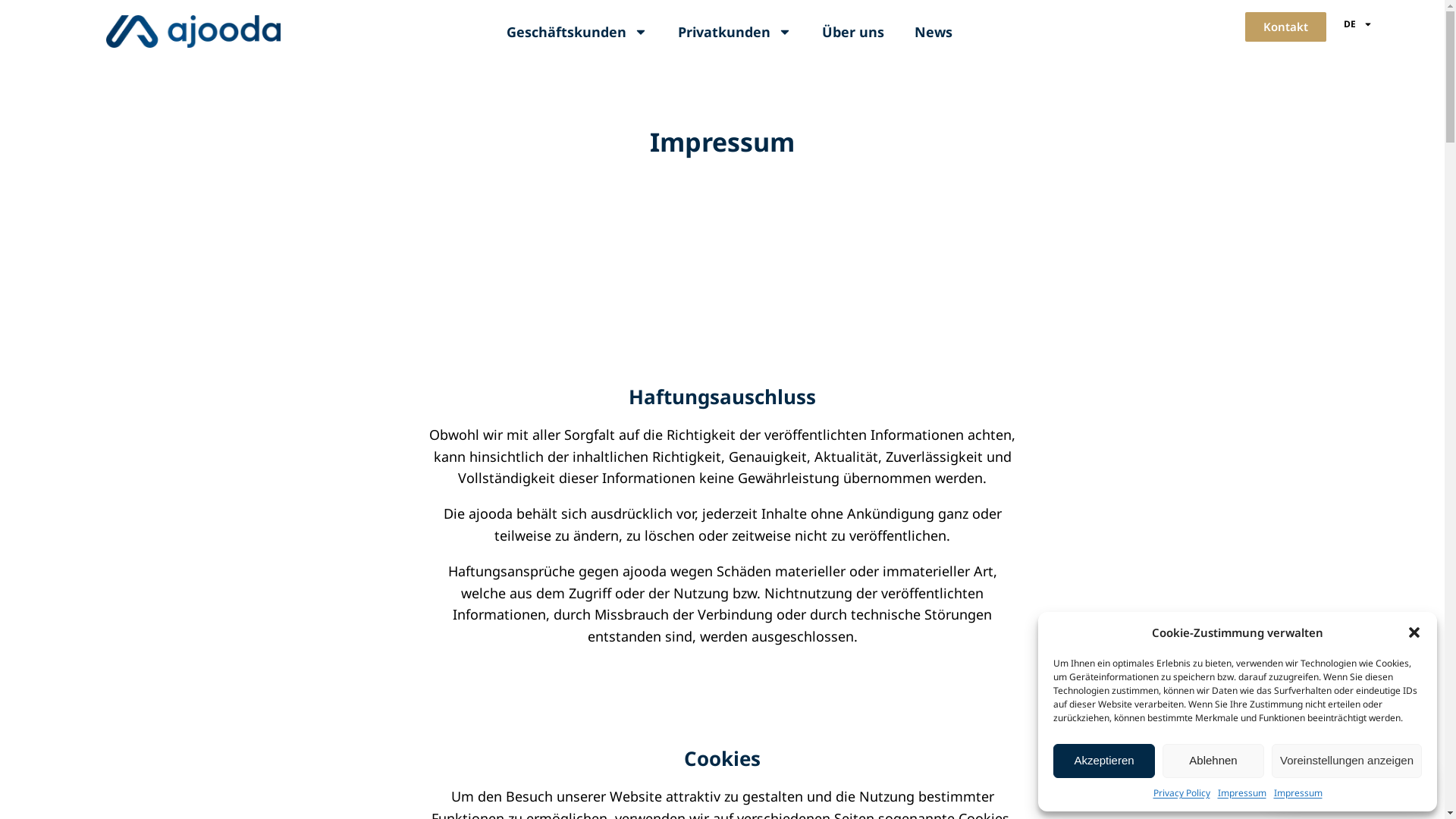  Describe the element at coordinates (1270, 785) in the screenshot. I see `'WhatsApp Chat'` at that location.